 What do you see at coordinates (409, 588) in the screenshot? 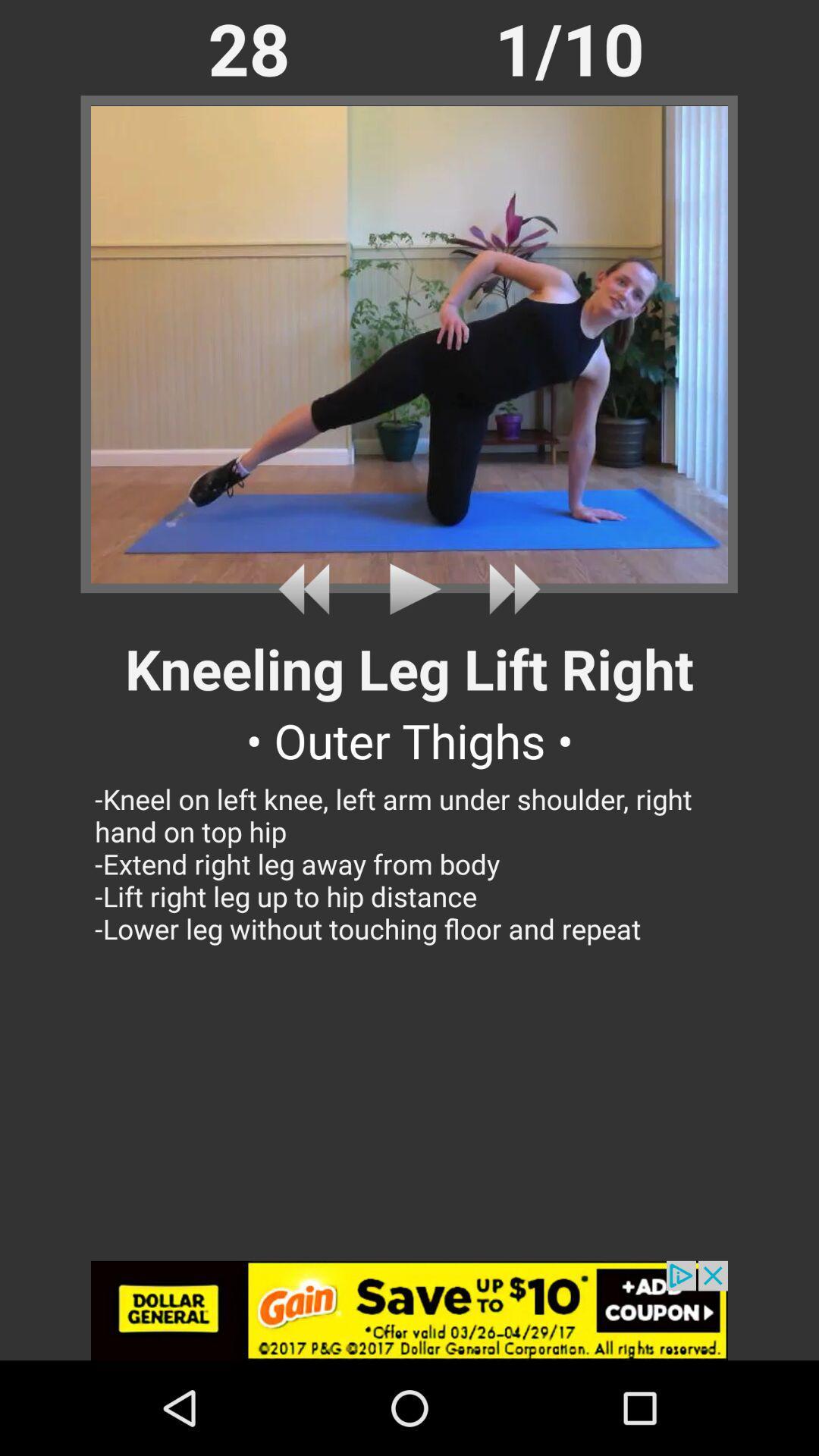
I see `play` at bounding box center [409, 588].